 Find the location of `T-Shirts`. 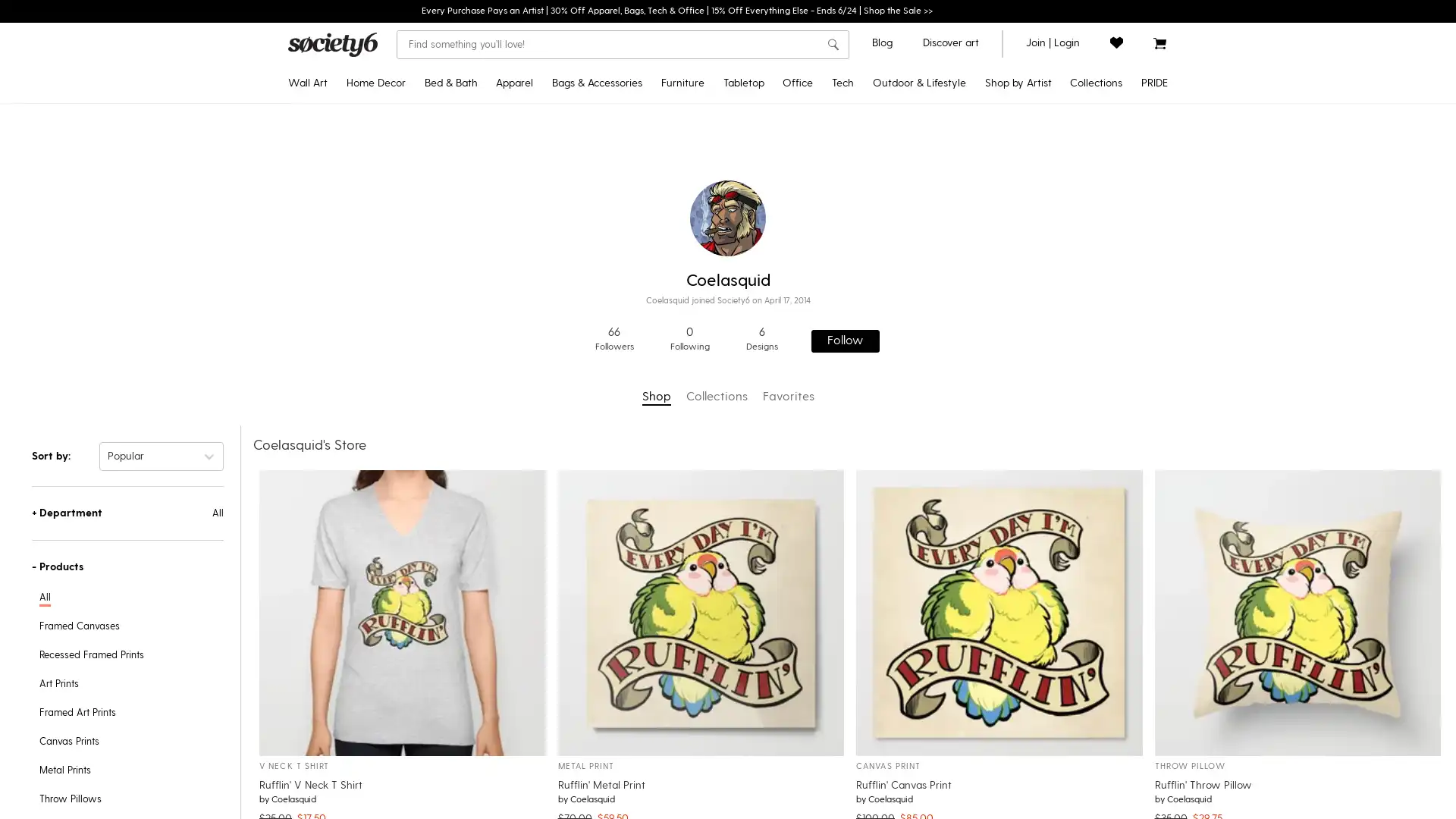

T-Shirts is located at coordinates (562, 121).